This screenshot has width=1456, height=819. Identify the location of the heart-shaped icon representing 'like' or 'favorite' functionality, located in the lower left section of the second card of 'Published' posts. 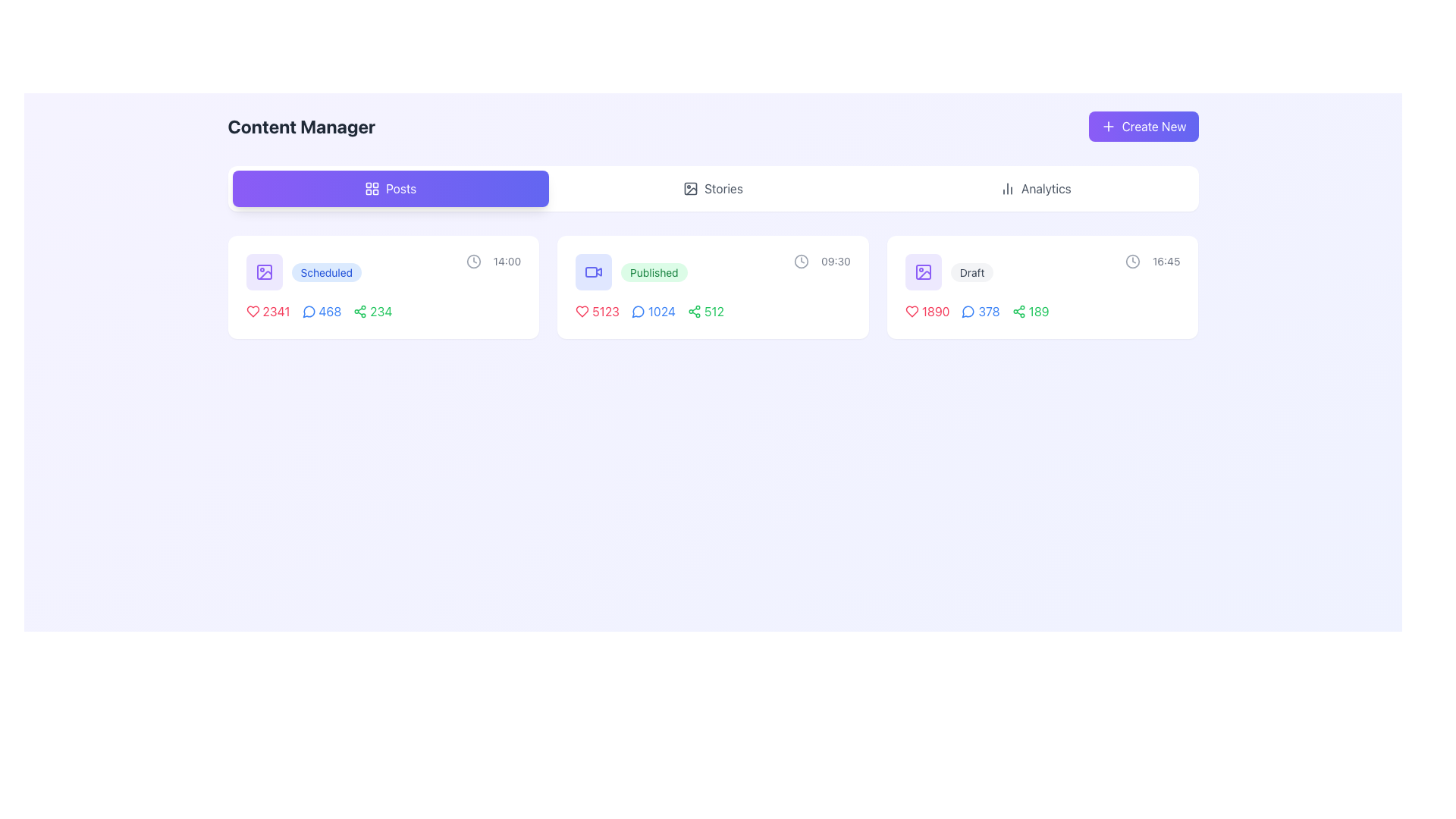
(582, 311).